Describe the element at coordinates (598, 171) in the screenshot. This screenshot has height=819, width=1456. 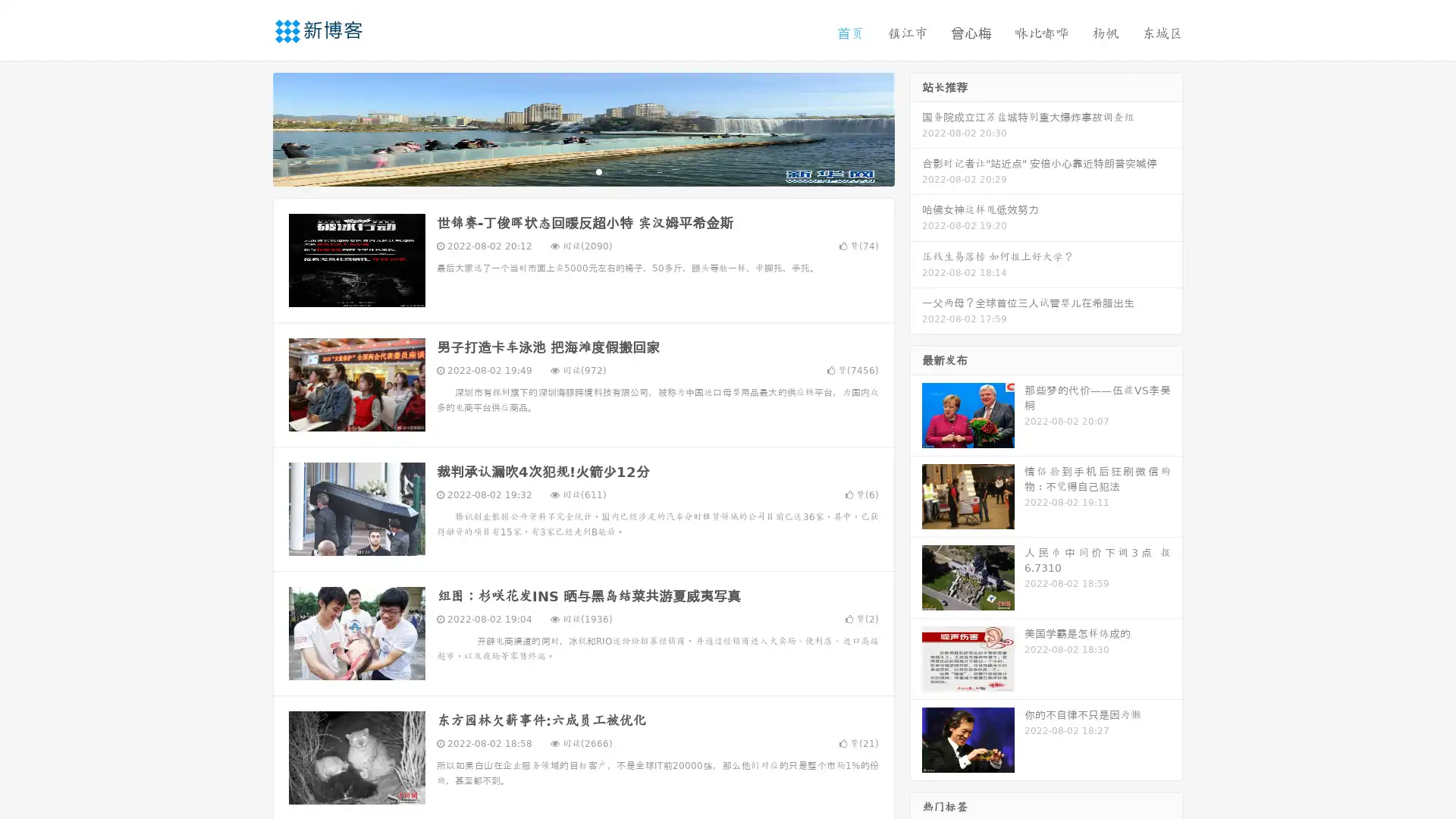
I see `Go to slide 3` at that location.